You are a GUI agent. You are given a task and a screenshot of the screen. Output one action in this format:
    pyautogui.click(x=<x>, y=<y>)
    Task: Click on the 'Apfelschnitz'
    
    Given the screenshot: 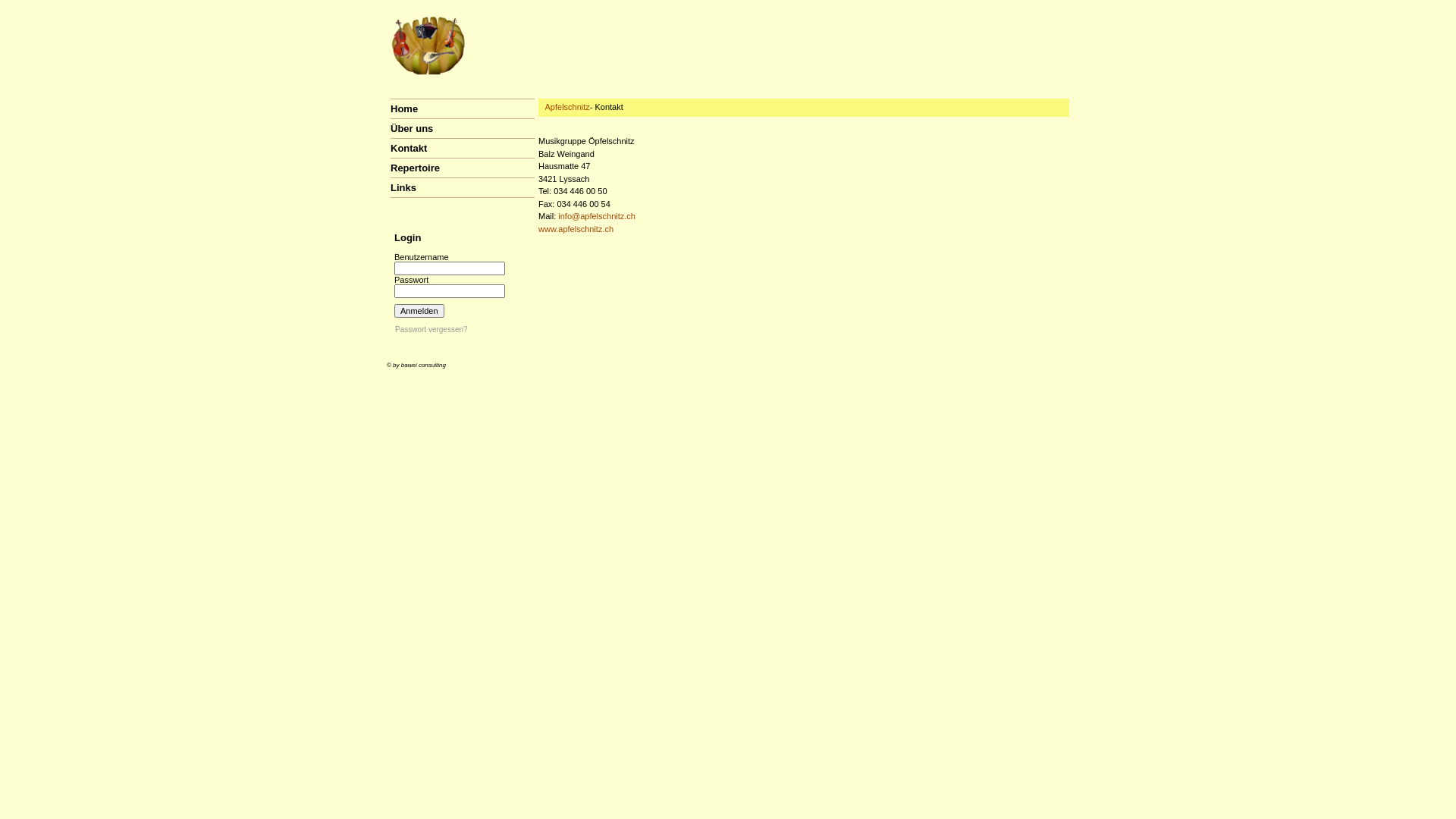 What is the action you would take?
    pyautogui.click(x=566, y=106)
    